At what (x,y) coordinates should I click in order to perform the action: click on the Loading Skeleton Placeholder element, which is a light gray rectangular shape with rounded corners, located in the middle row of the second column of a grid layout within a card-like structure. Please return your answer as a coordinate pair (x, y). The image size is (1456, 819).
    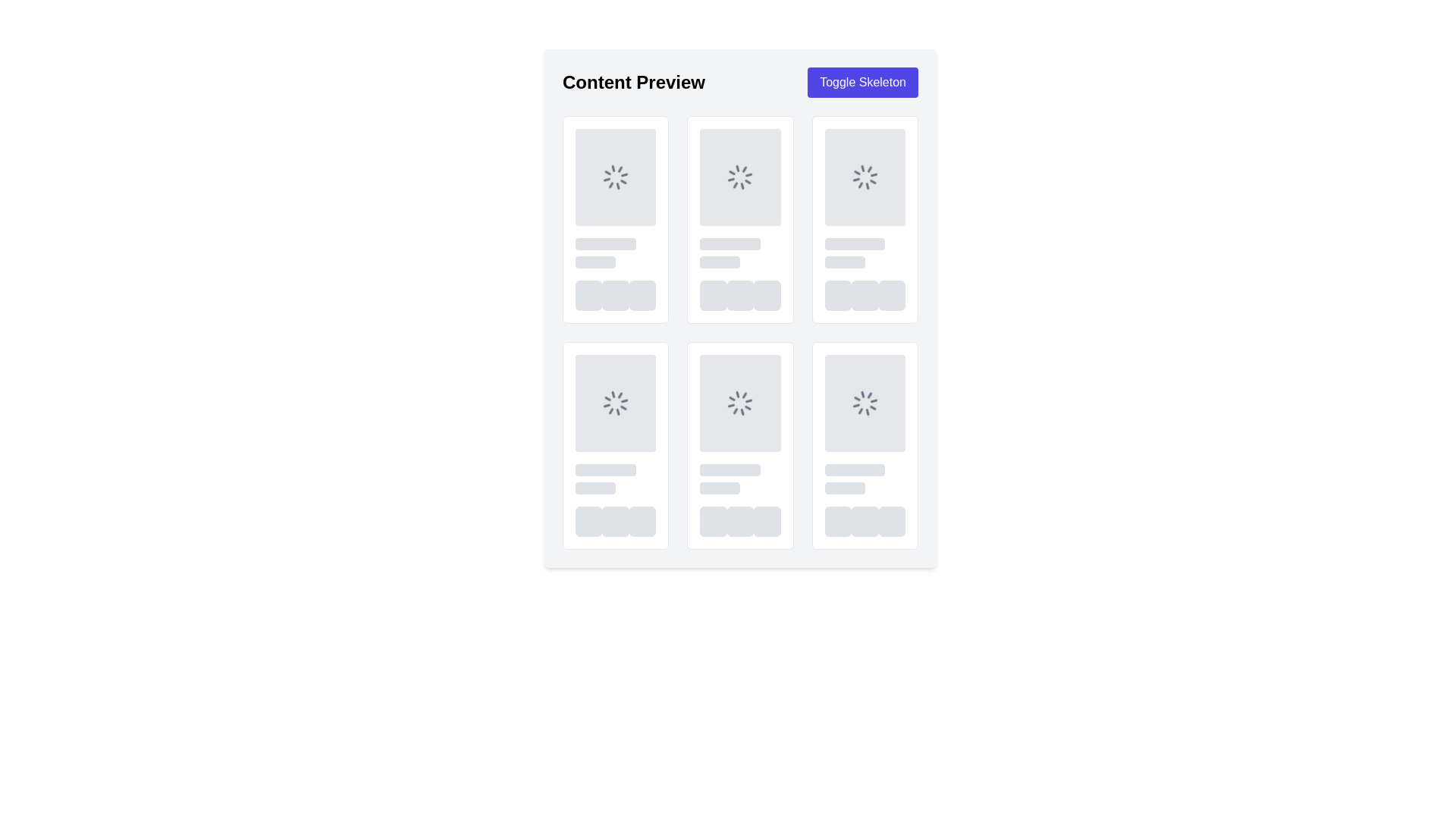
    Looking at the image, I should click on (616, 479).